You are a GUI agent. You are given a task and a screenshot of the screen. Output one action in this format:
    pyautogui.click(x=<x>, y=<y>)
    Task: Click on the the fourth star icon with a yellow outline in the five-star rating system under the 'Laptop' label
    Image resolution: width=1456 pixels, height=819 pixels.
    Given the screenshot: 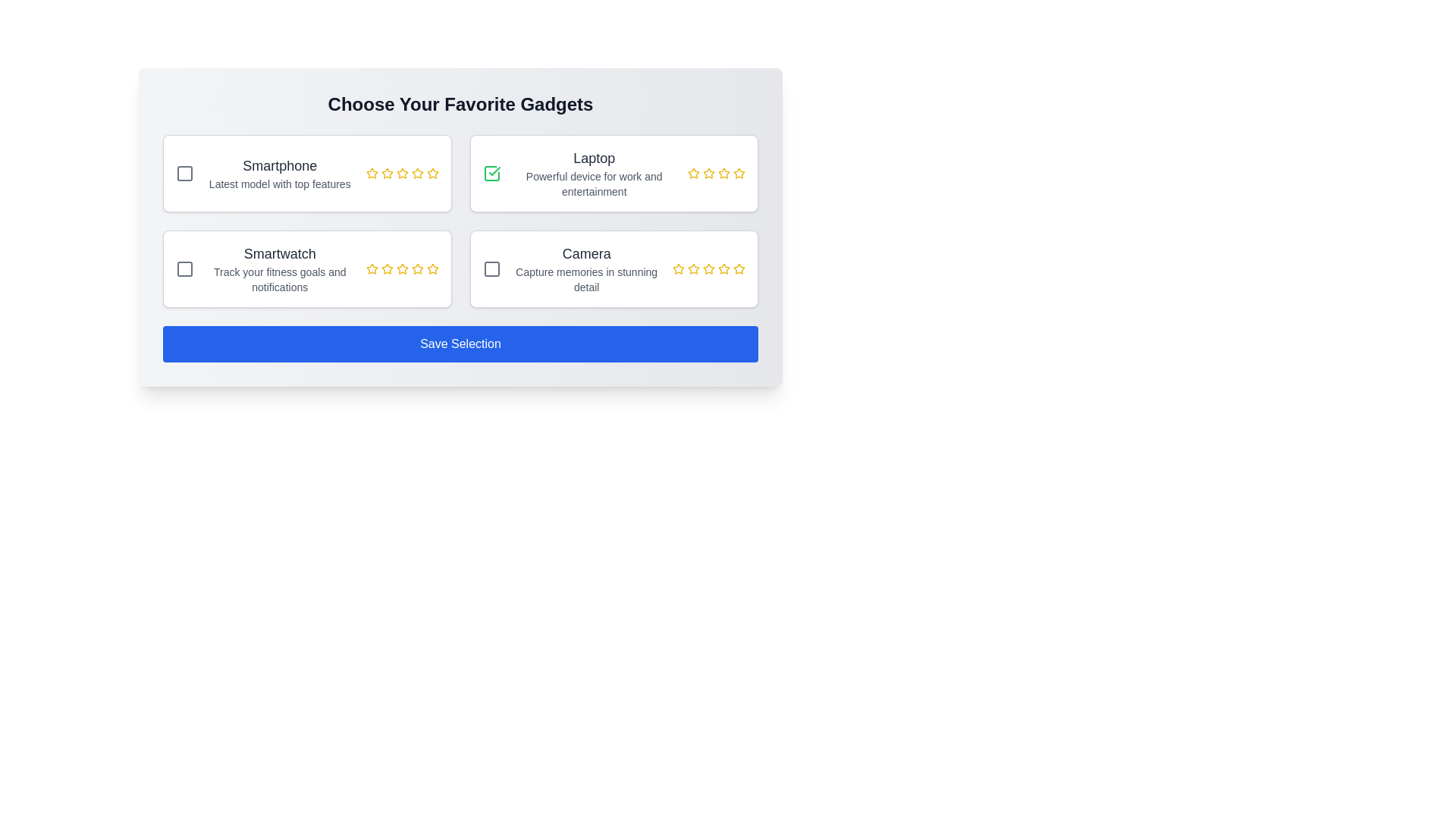 What is the action you would take?
    pyautogui.click(x=739, y=172)
    